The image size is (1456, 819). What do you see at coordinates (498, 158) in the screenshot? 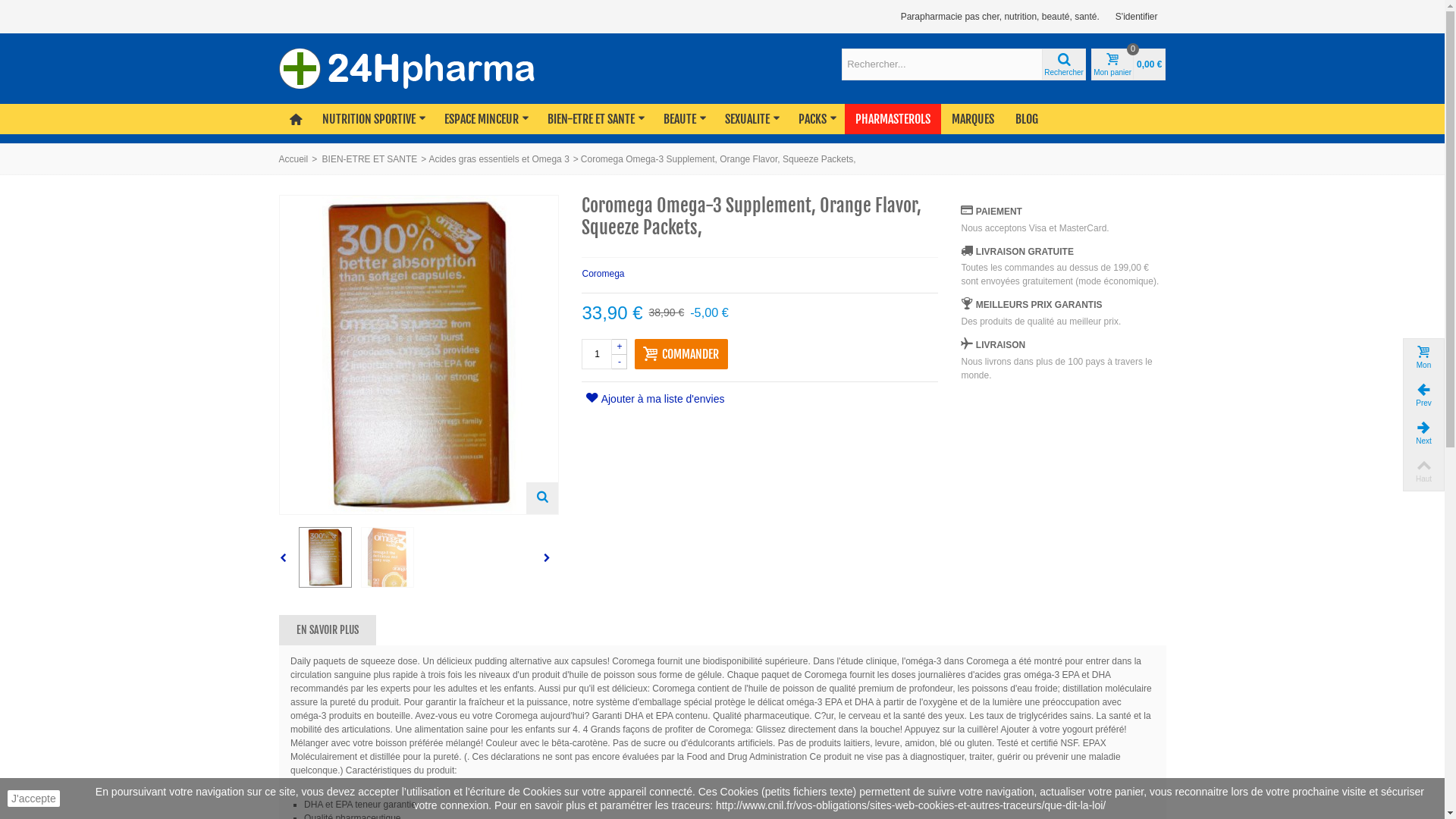
I see `'Acides gras essentiels et Omega 3'` at bounding box center [498, 158].